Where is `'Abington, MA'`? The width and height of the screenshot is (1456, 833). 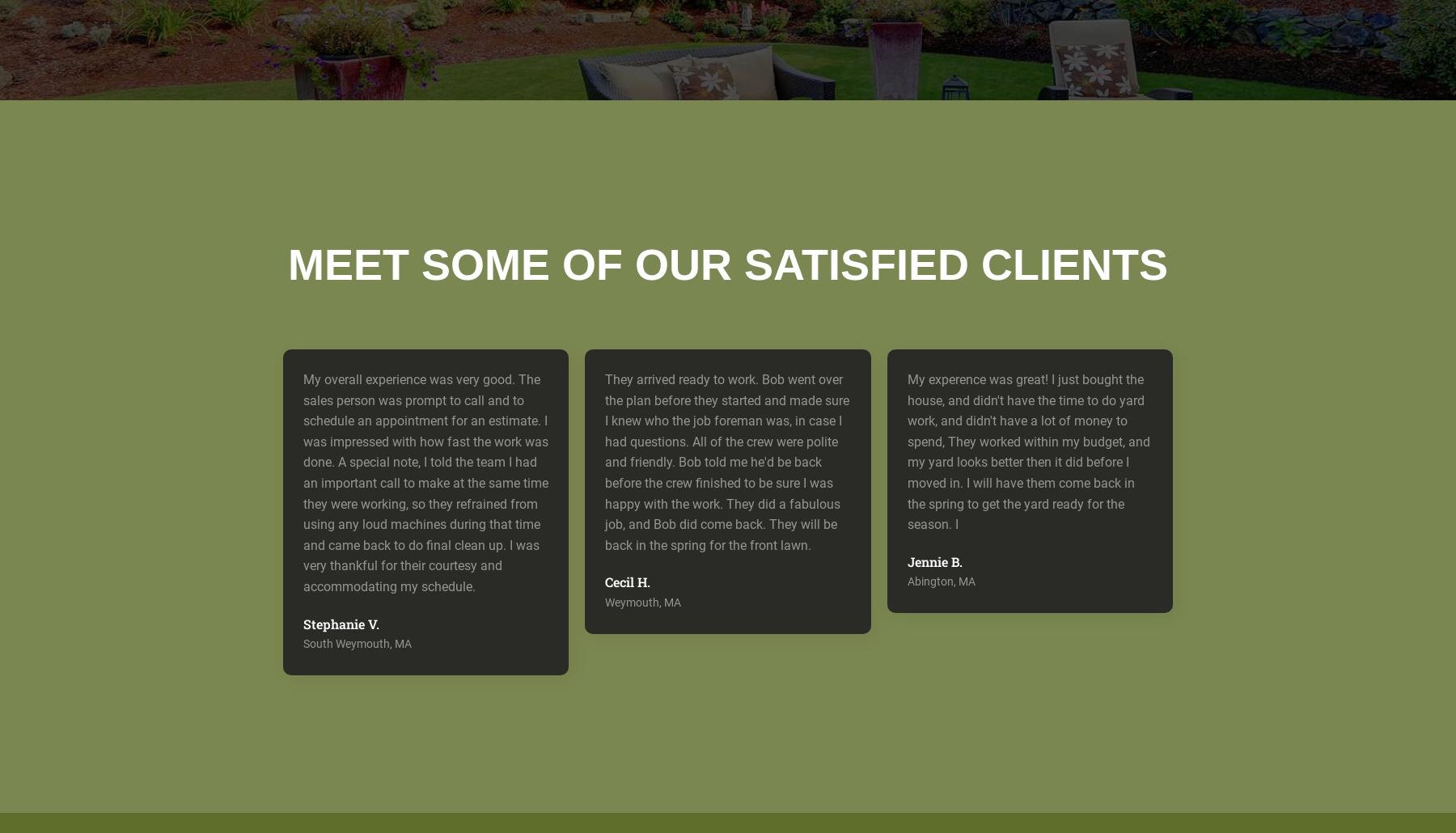
'Abington, MA' is located at coordinates (939, 581).